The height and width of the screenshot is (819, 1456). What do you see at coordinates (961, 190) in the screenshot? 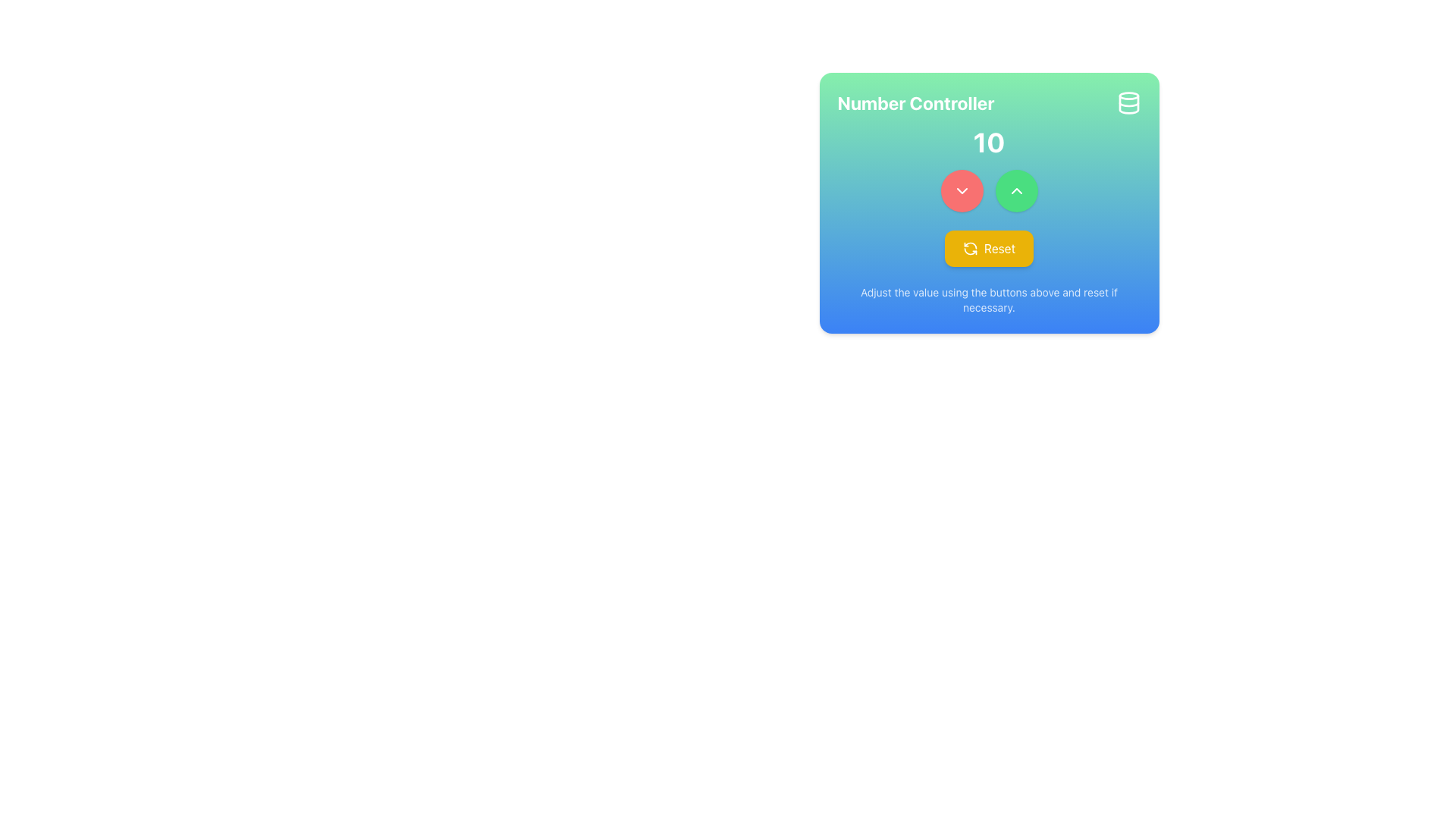
I see `the circular red button with white text and a downward-pointing chevron icon, located on the left side of two similar buttons, to observe interactive feedback` at bounding box center [961, 190].